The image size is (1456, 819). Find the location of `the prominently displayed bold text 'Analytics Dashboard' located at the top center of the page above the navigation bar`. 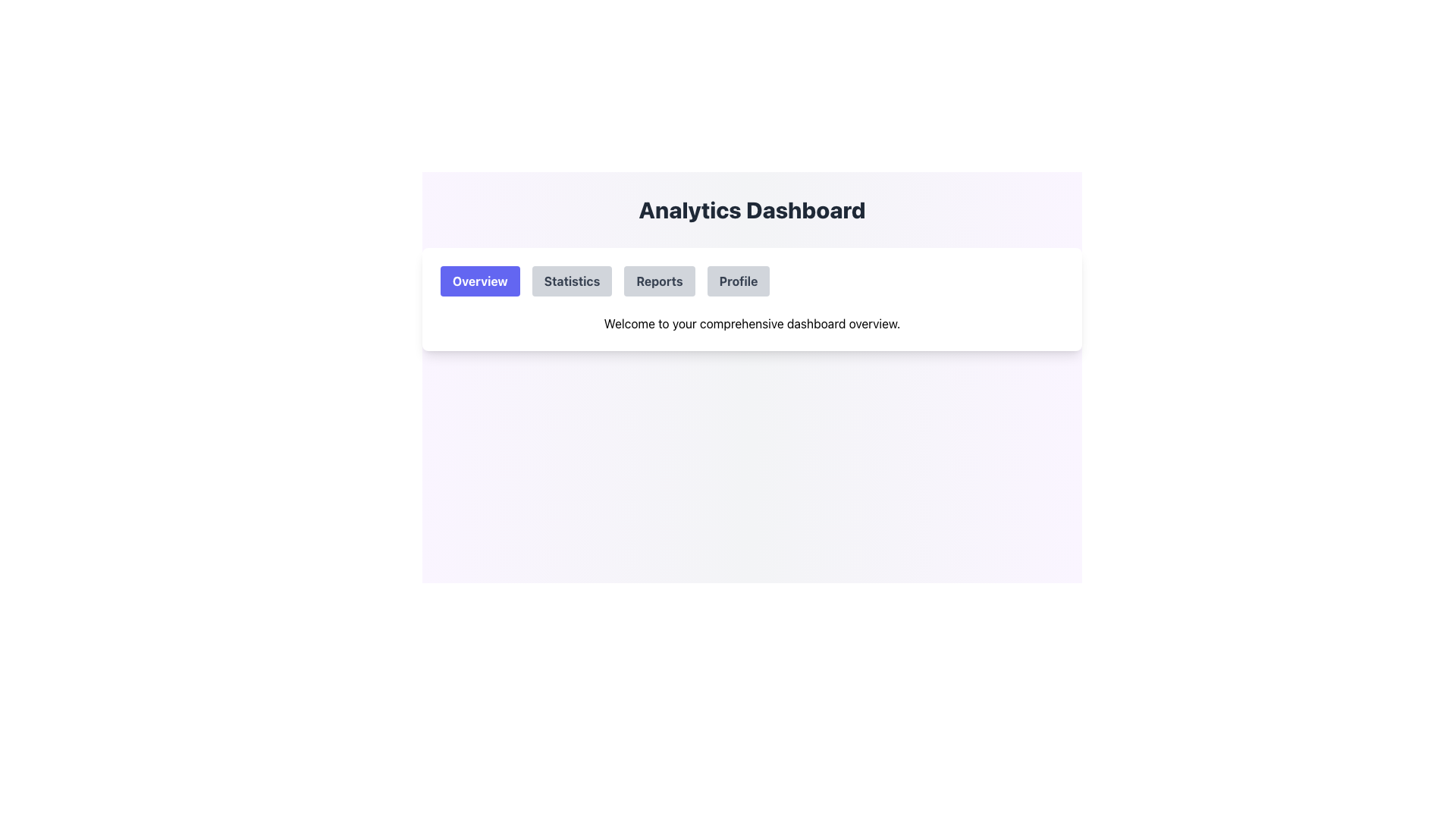

the prominently displayed bold text 'Analytics Dashboard' located at the top center of the page above the navigation bar is located at coordinates (752, 210).